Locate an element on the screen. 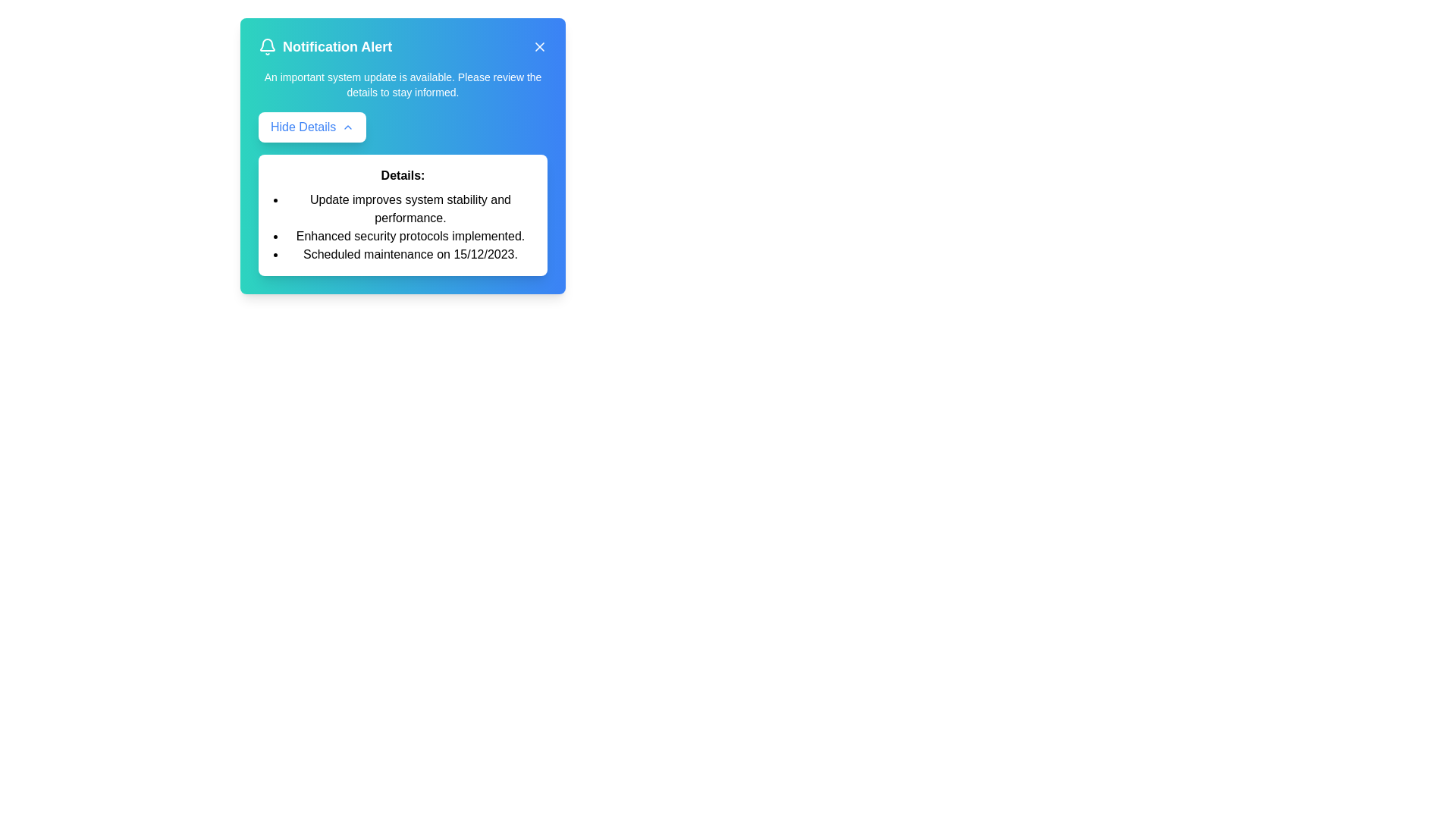 This screenshot has width=1456, height=819. the close button to close the alert is located at coordinates (539, 45).